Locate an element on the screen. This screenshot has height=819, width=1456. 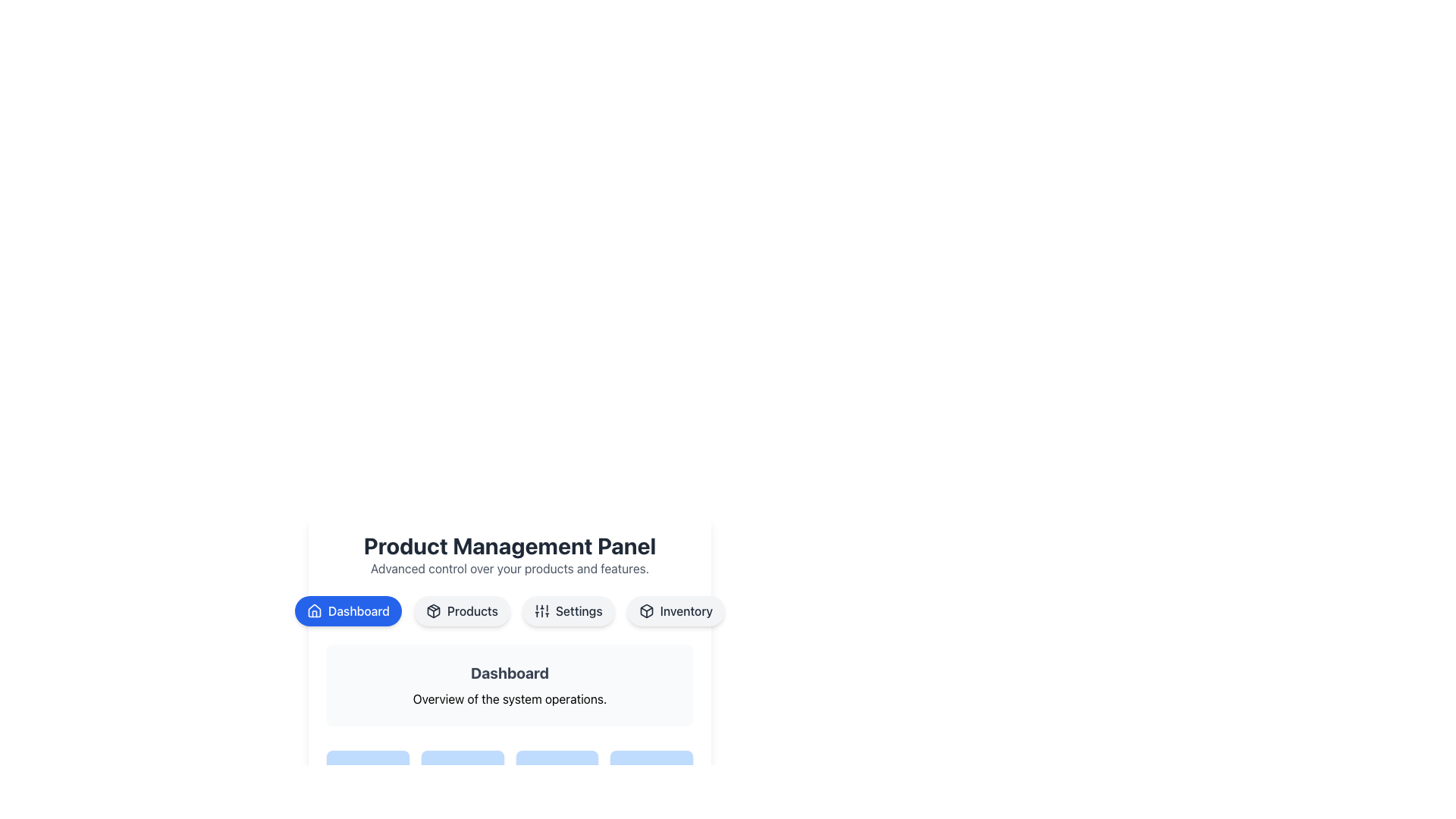
the Textual Header displaying 'Product Management Panel' with the subtitle 'Advanced control over your products and features.' is located at coordinates (510, 555).